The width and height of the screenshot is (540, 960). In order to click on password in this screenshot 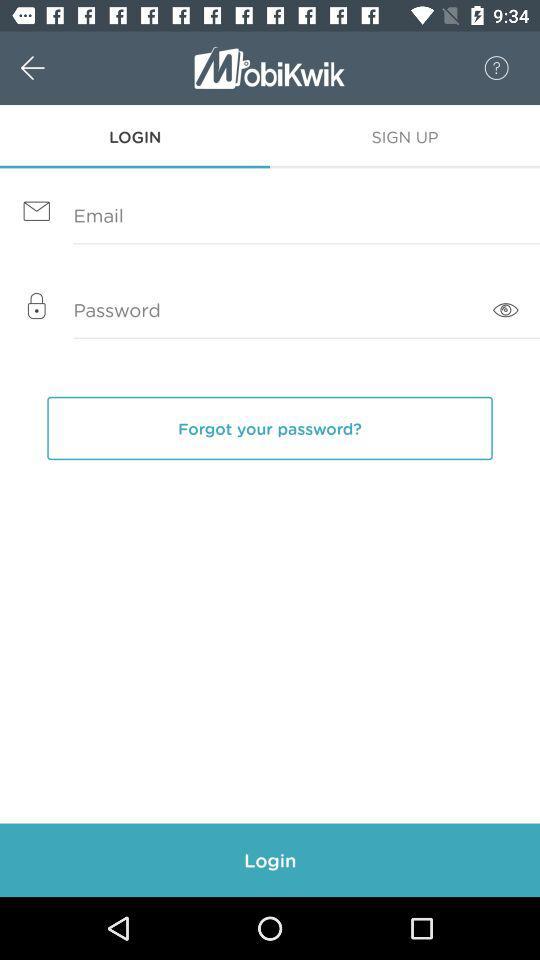, I will do `click(270, 311)`.